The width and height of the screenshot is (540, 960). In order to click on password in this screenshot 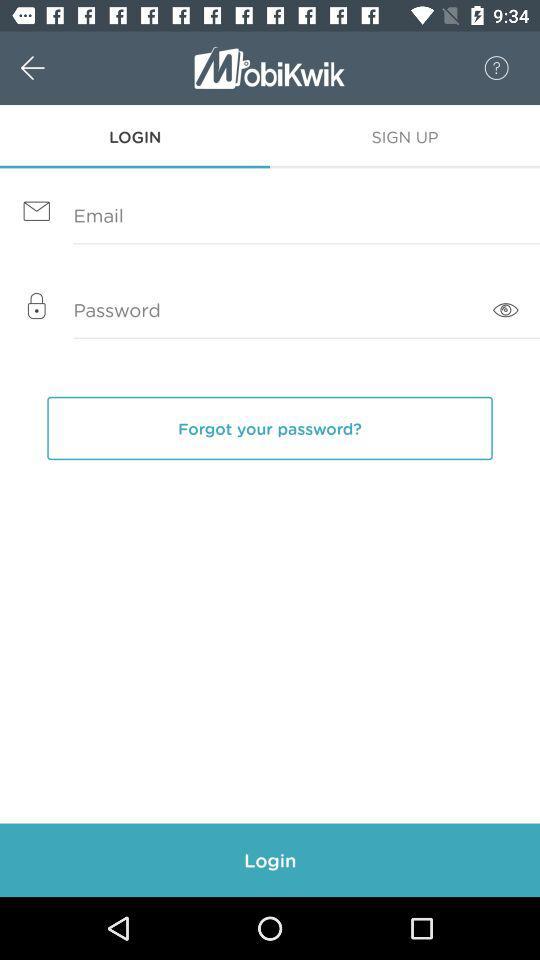, I will do `click(270, 311)`.